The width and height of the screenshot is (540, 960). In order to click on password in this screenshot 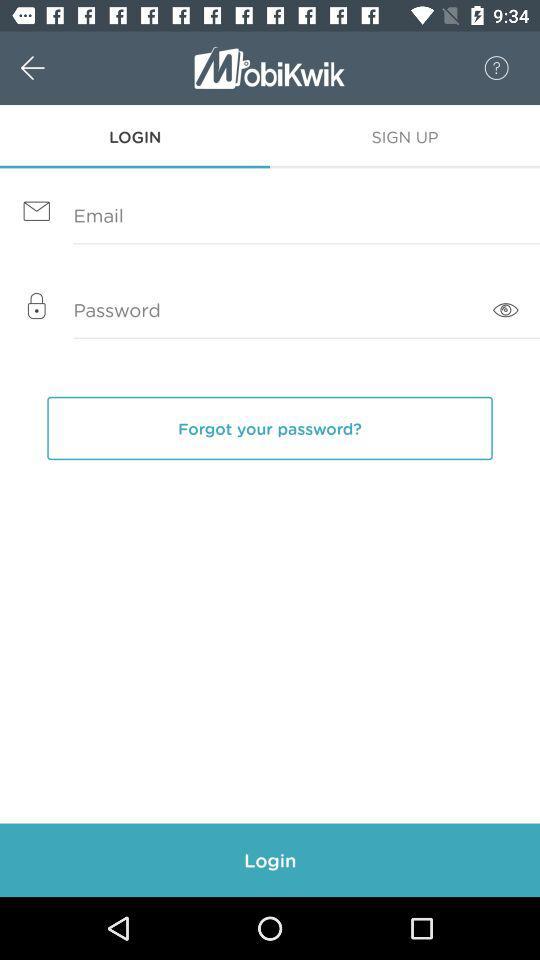, I will do `click(270, 311)`.